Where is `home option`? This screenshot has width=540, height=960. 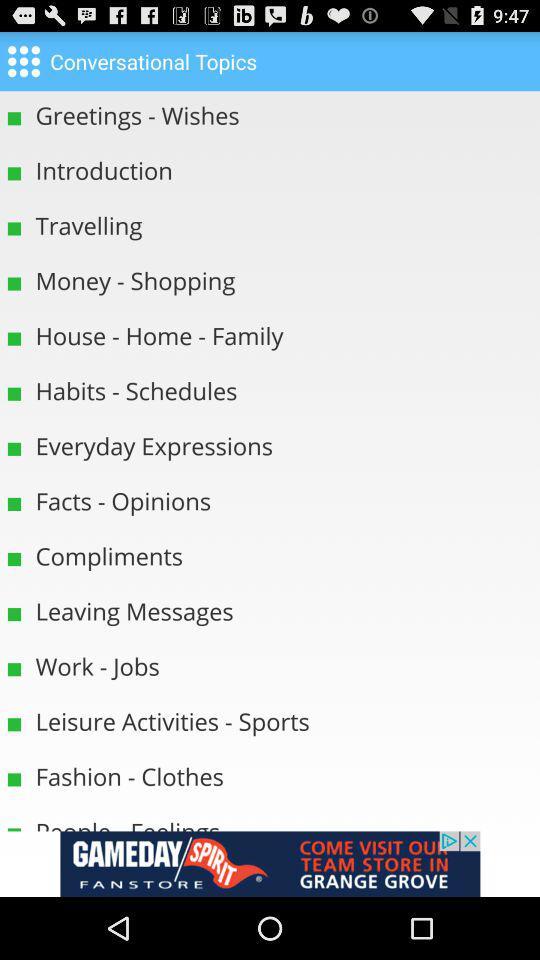
home option is located at coordinates (22, 59).